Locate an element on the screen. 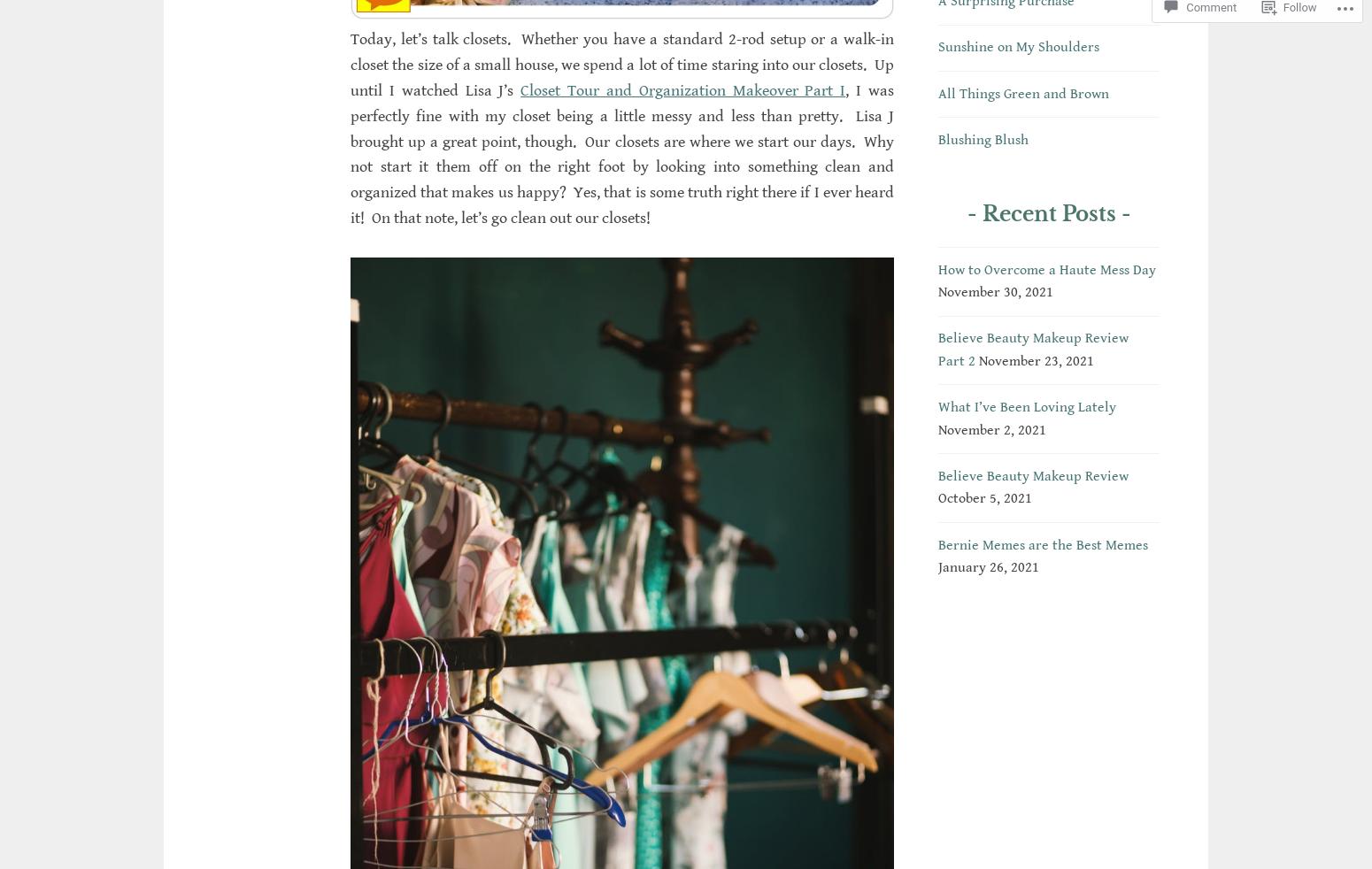  'October 5, 2021' is located at coordinates (984, 497).